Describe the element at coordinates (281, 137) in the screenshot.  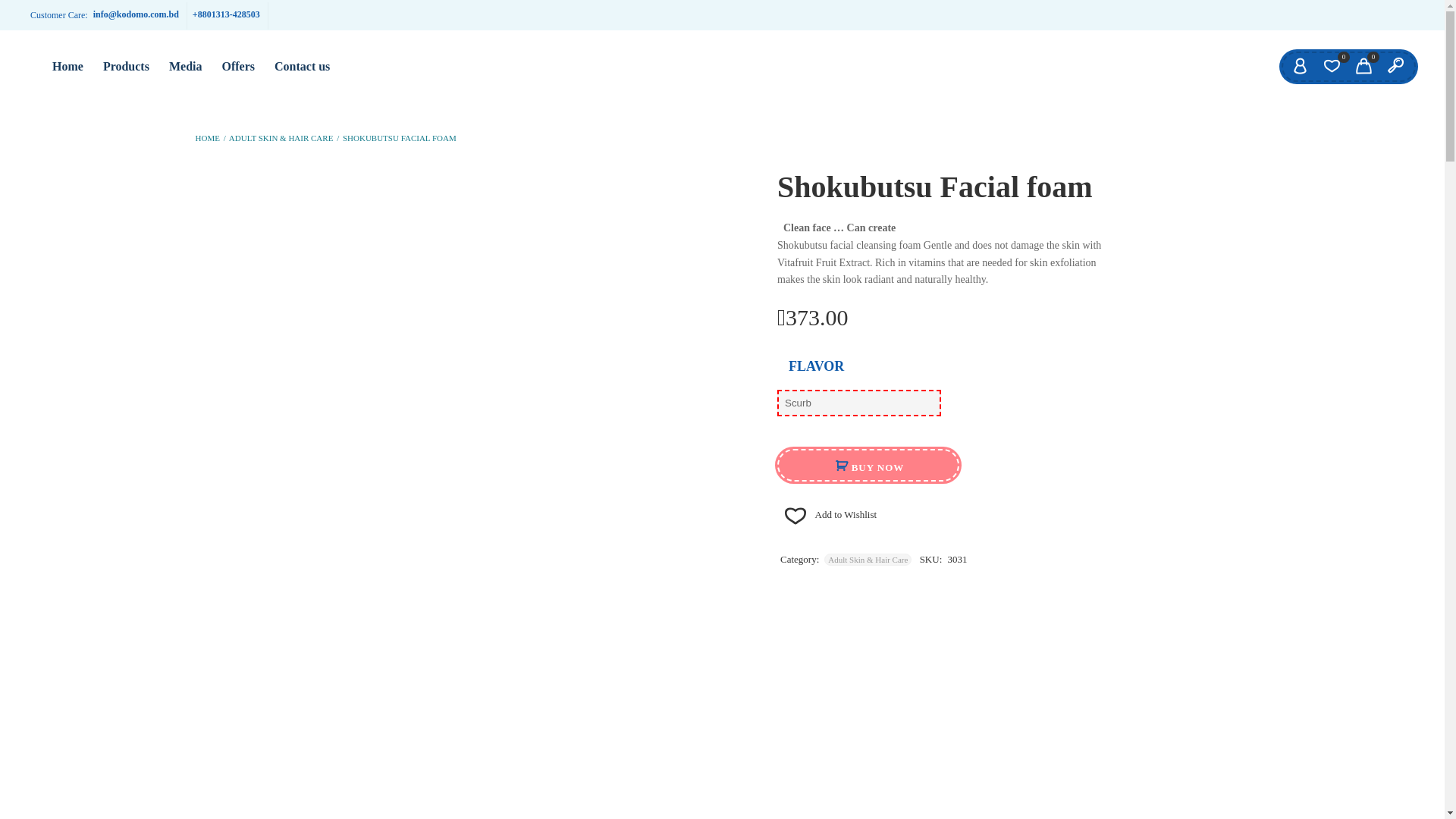
I see `'ADULT SKIN & HAIR CARE'` at that location.